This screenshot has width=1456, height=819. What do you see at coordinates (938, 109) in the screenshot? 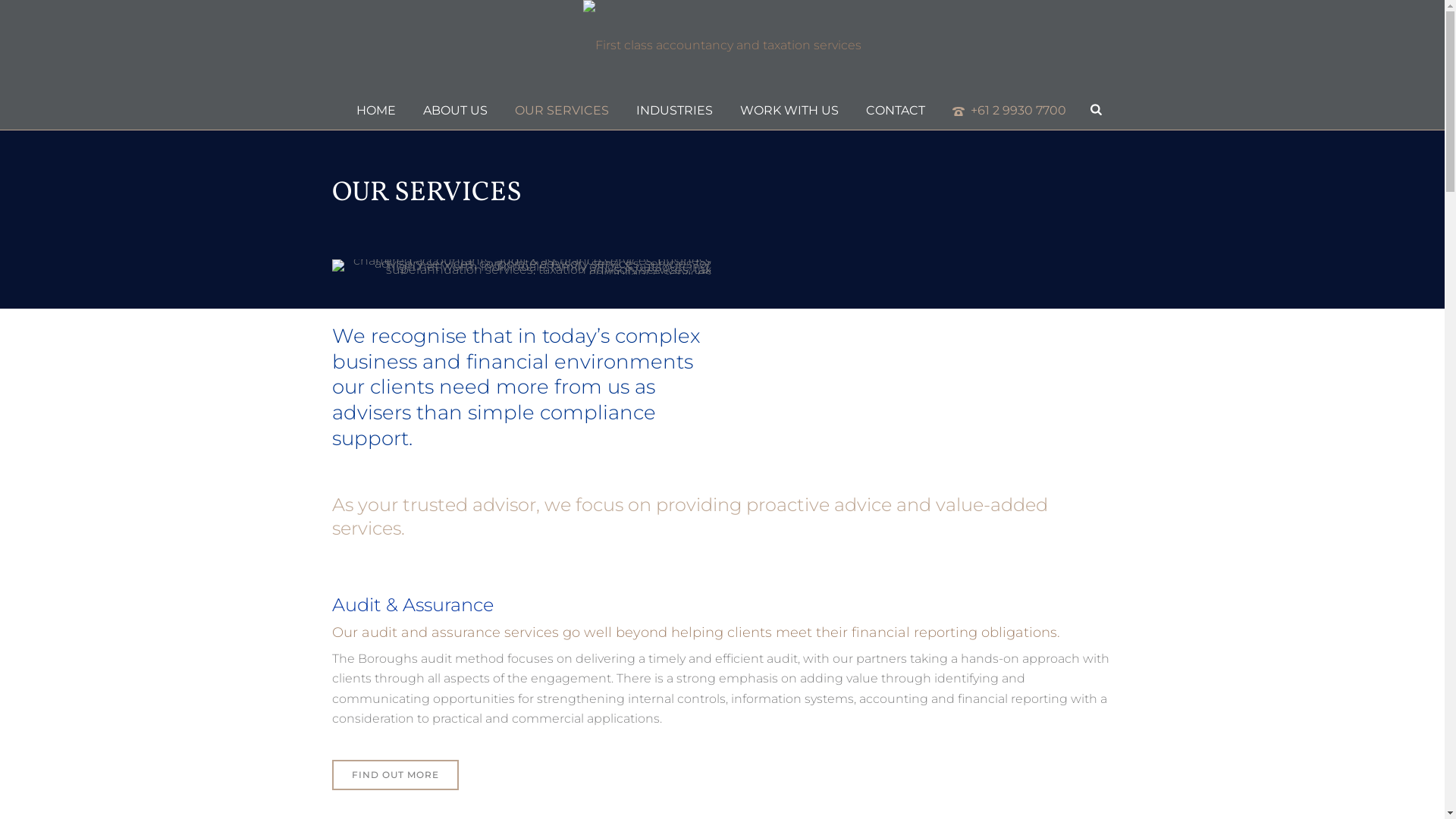
I see `'+61 2 9930 7700'` at bounding box center [938, 109].